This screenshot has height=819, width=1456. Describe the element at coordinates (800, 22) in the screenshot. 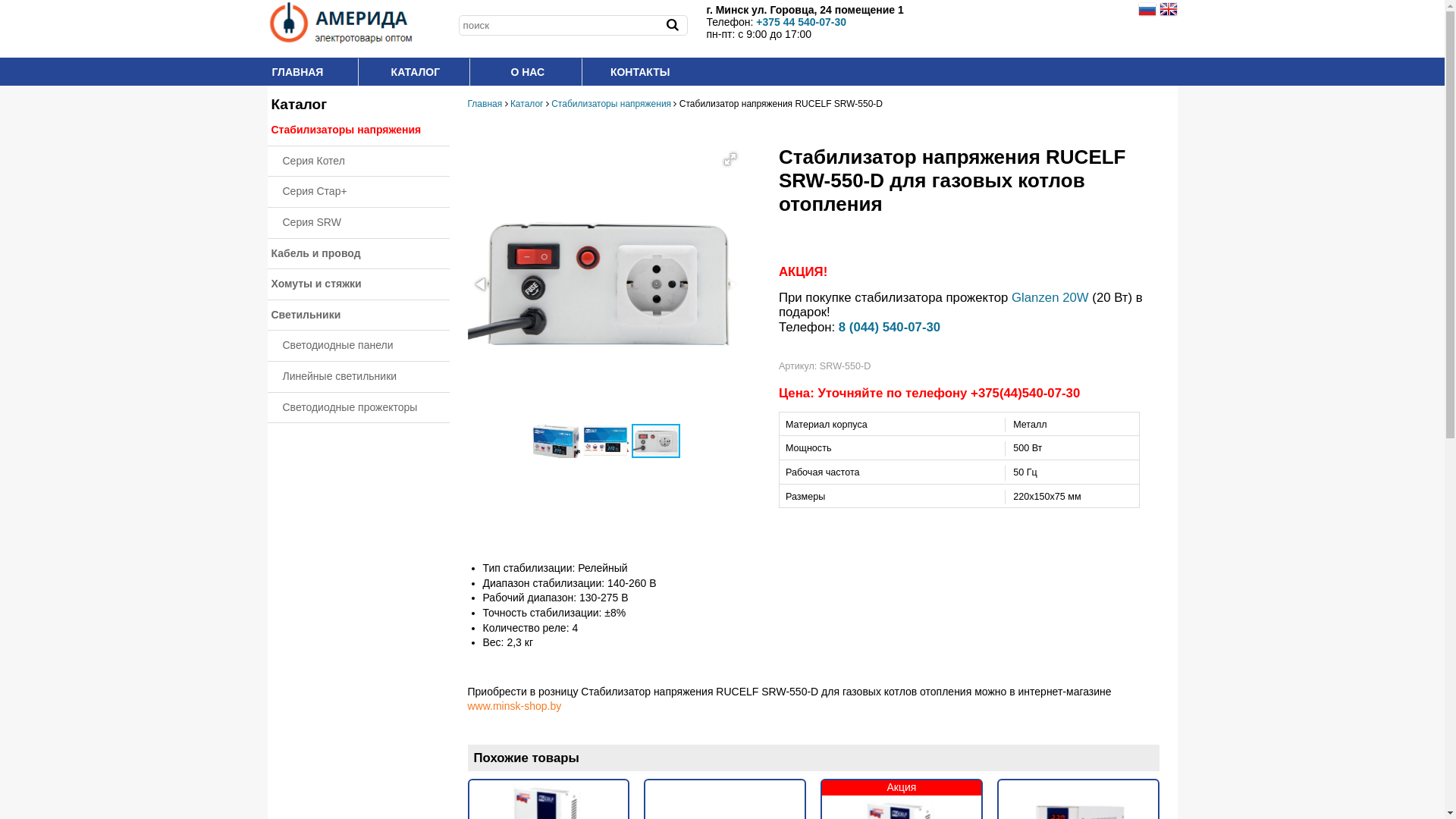

I see `'+375 44 540-07-30'` at that location.